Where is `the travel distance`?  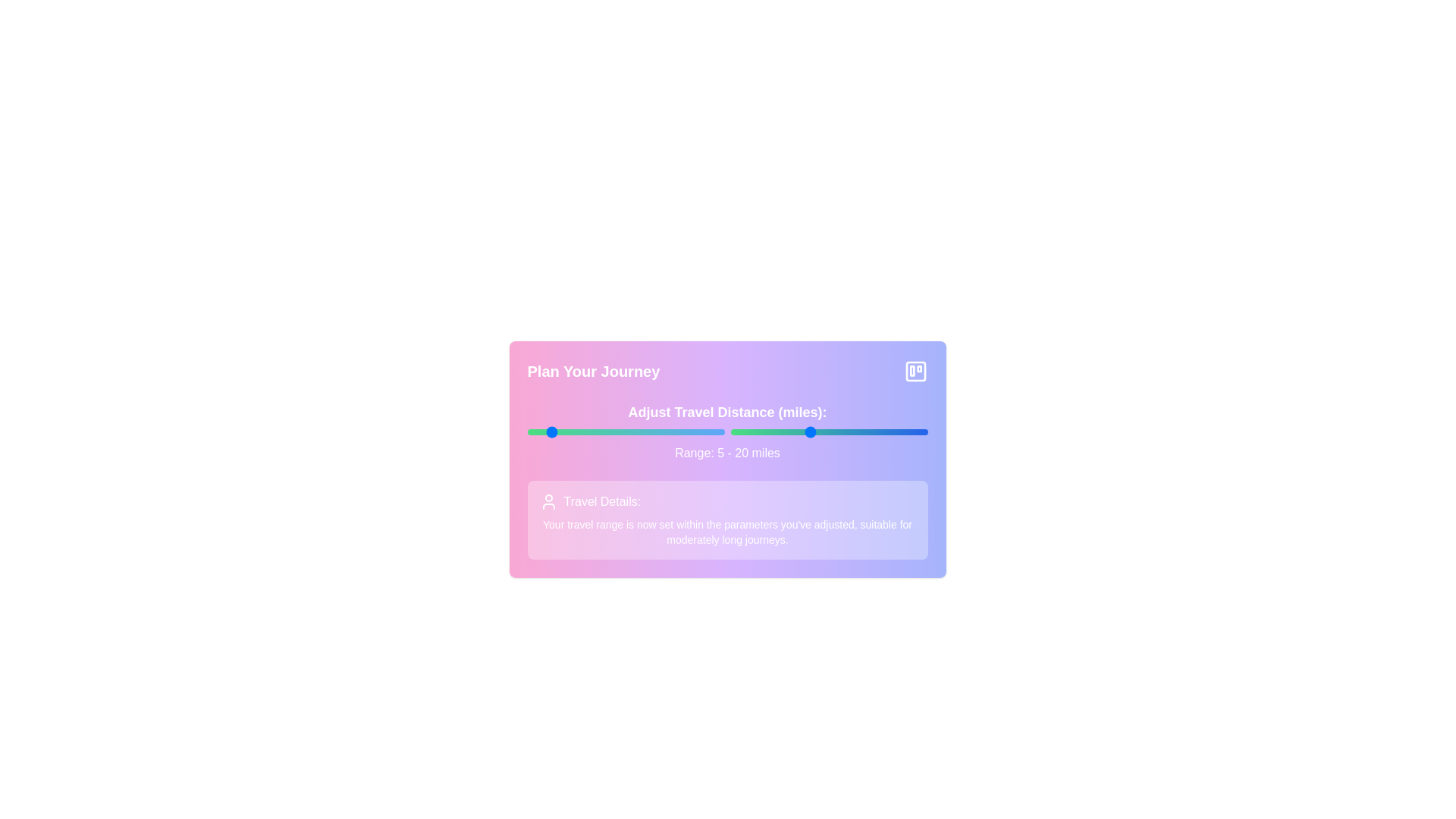 the travel distance is located at coordinates (808, 432).